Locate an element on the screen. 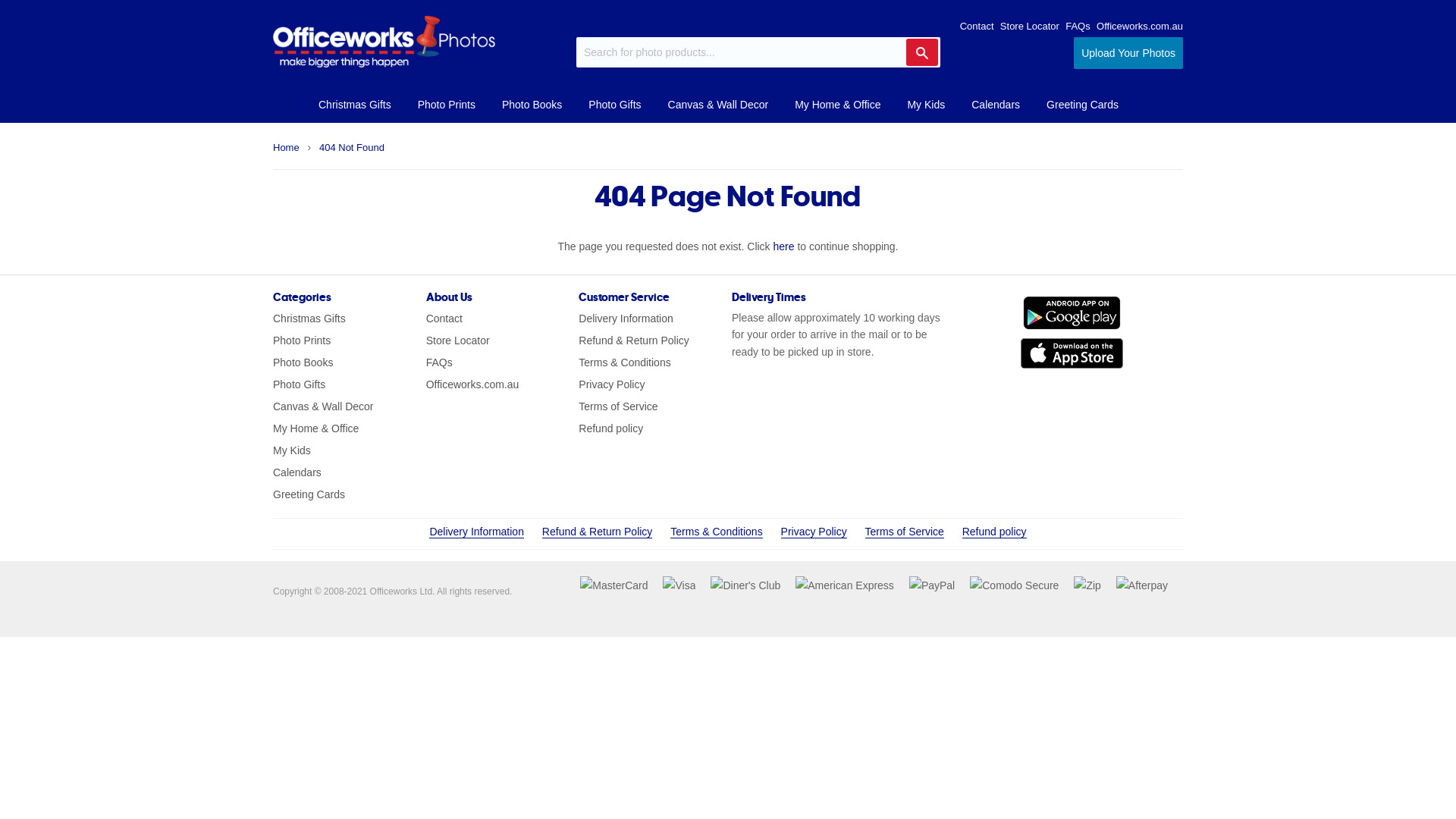 This screenshot has width=1456, height=819. 'My Home & Office' is located at coordinates (315, 428).